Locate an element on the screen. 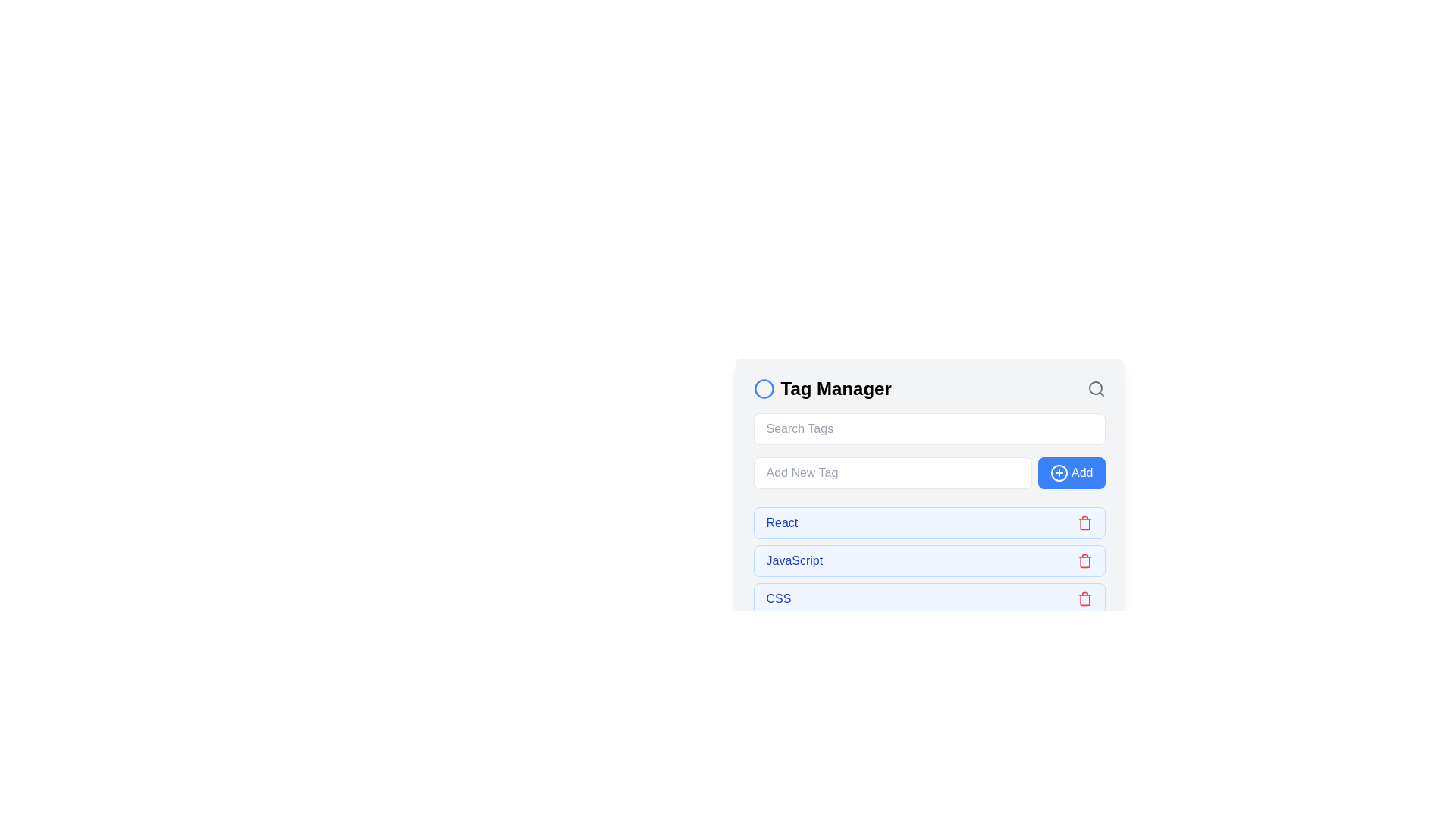 The image size is (1456, 819). the decorative circle icon representing the 'Tag Manager' title, located to the left of the 'Tag Manager' text label in the top-left corner of the interface is located at coordinates (764, 388).